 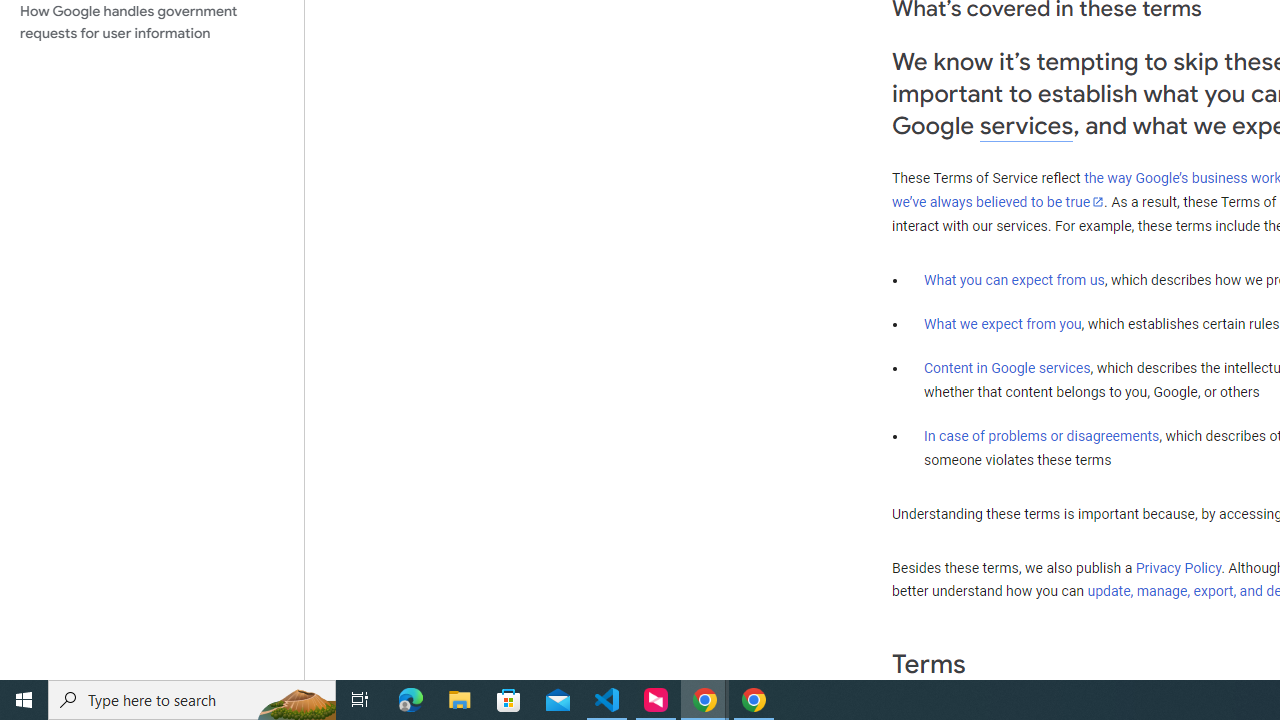 What do you see at coordinates (1002, 323) in the screenshot?
I see `'What we expect from you'` at bounding box center [1002, 323].